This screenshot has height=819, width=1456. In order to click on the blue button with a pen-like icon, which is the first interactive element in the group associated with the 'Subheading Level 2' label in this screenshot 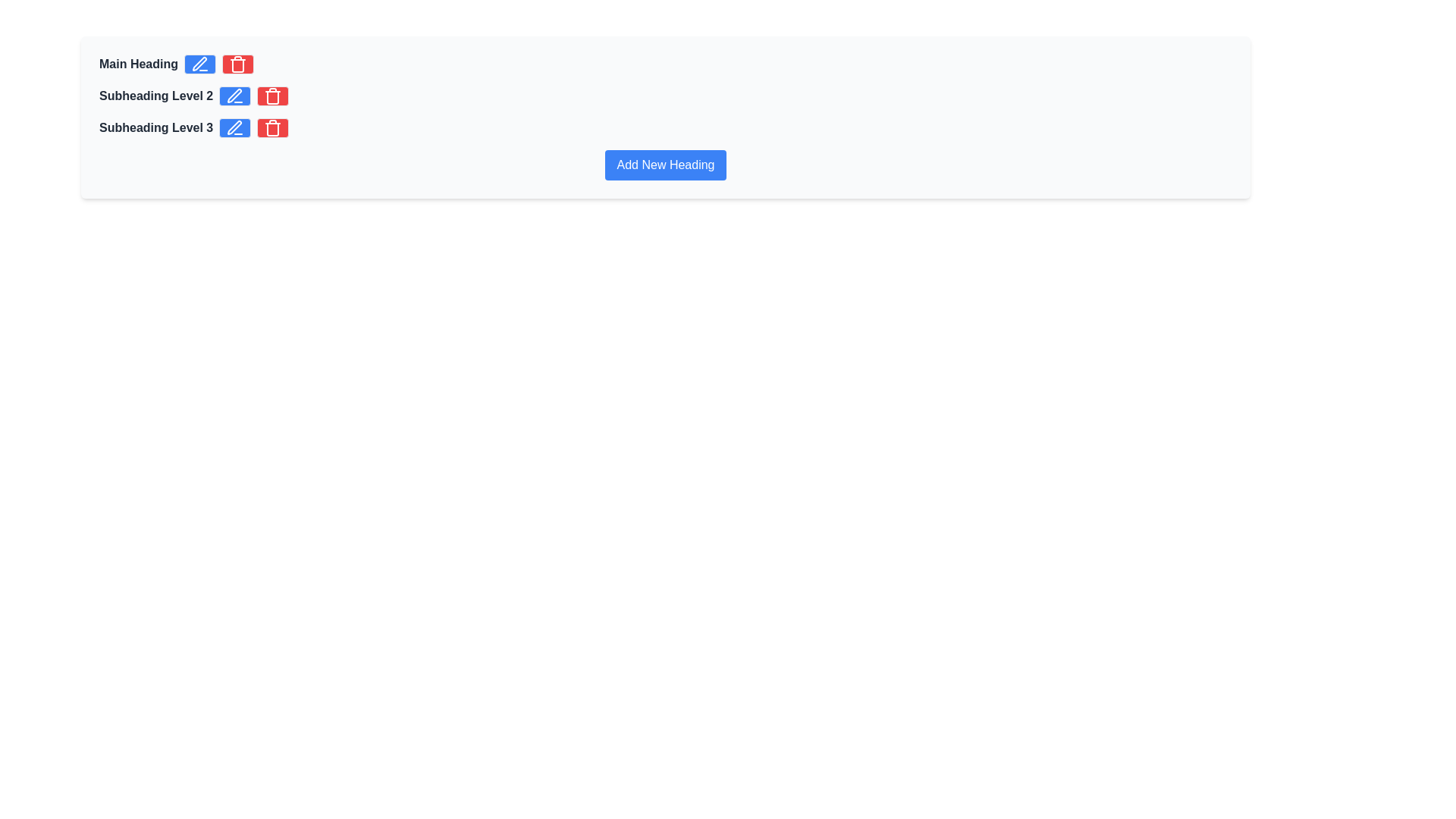, I will do `click(234, 96)`.